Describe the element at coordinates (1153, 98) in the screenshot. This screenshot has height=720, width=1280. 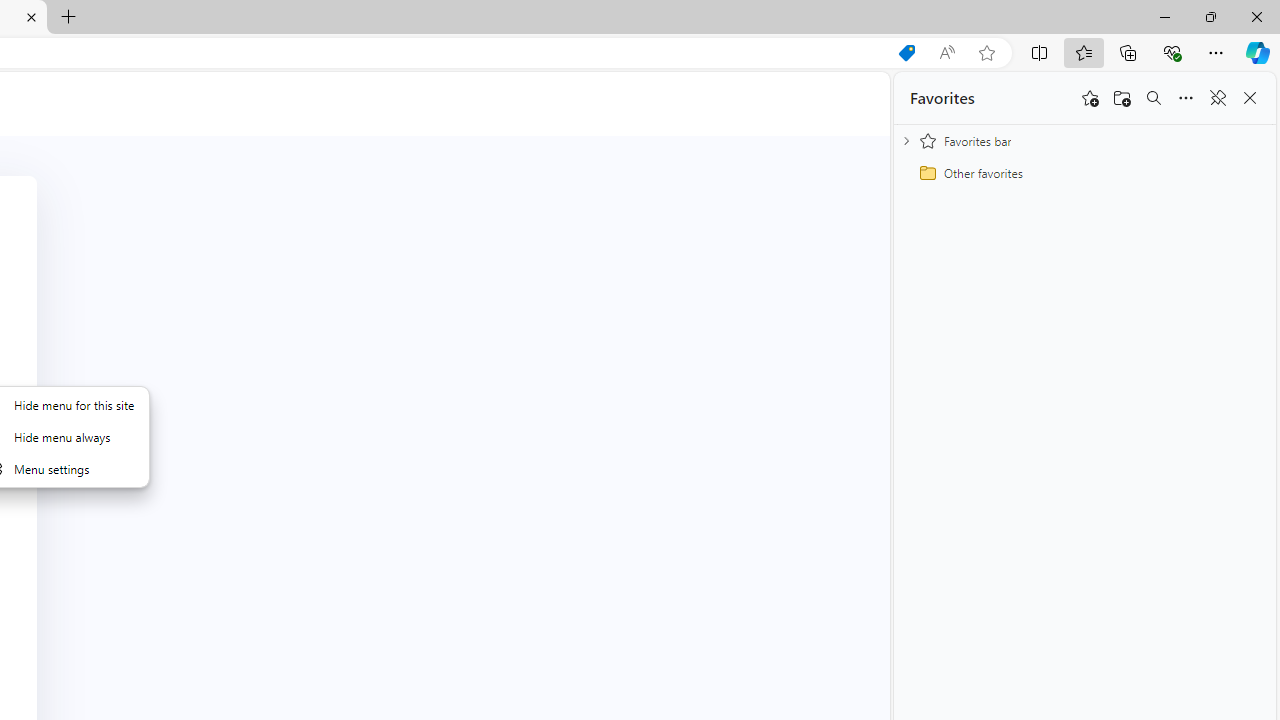
I see `'Search favorites'` at that location.